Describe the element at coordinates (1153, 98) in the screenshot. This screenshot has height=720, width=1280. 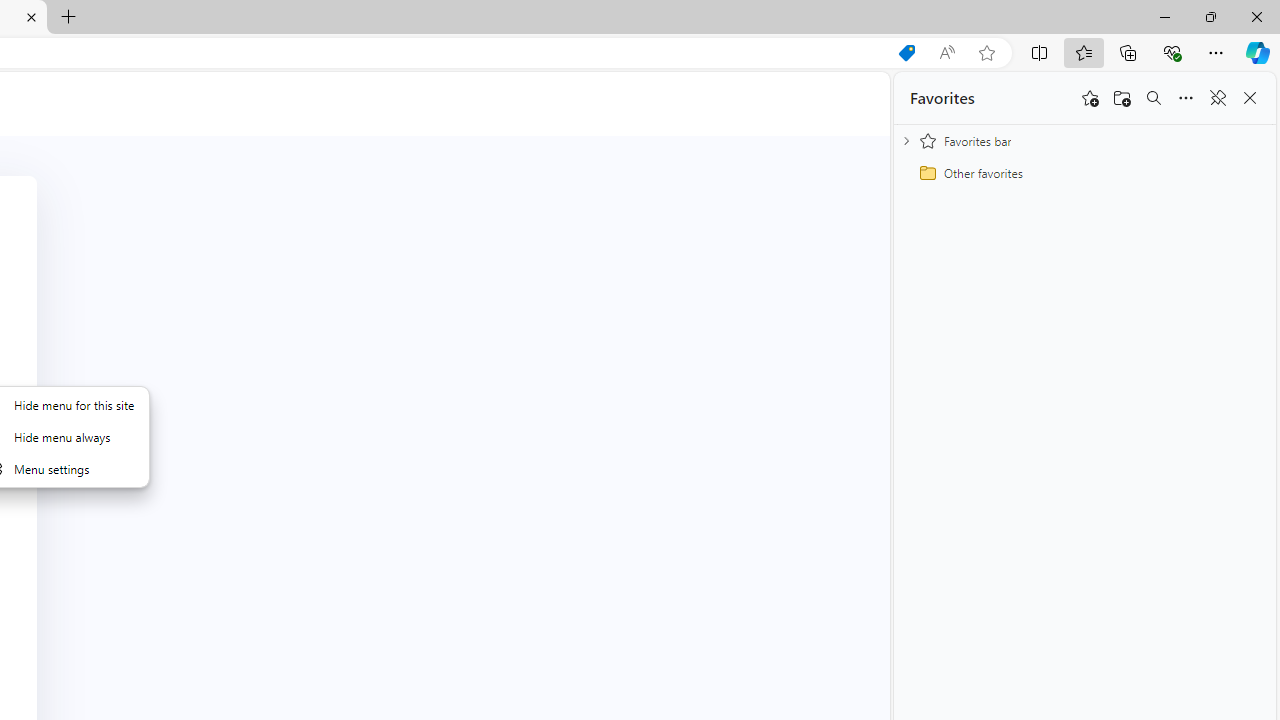
I see `'Search favorites'` at that location.